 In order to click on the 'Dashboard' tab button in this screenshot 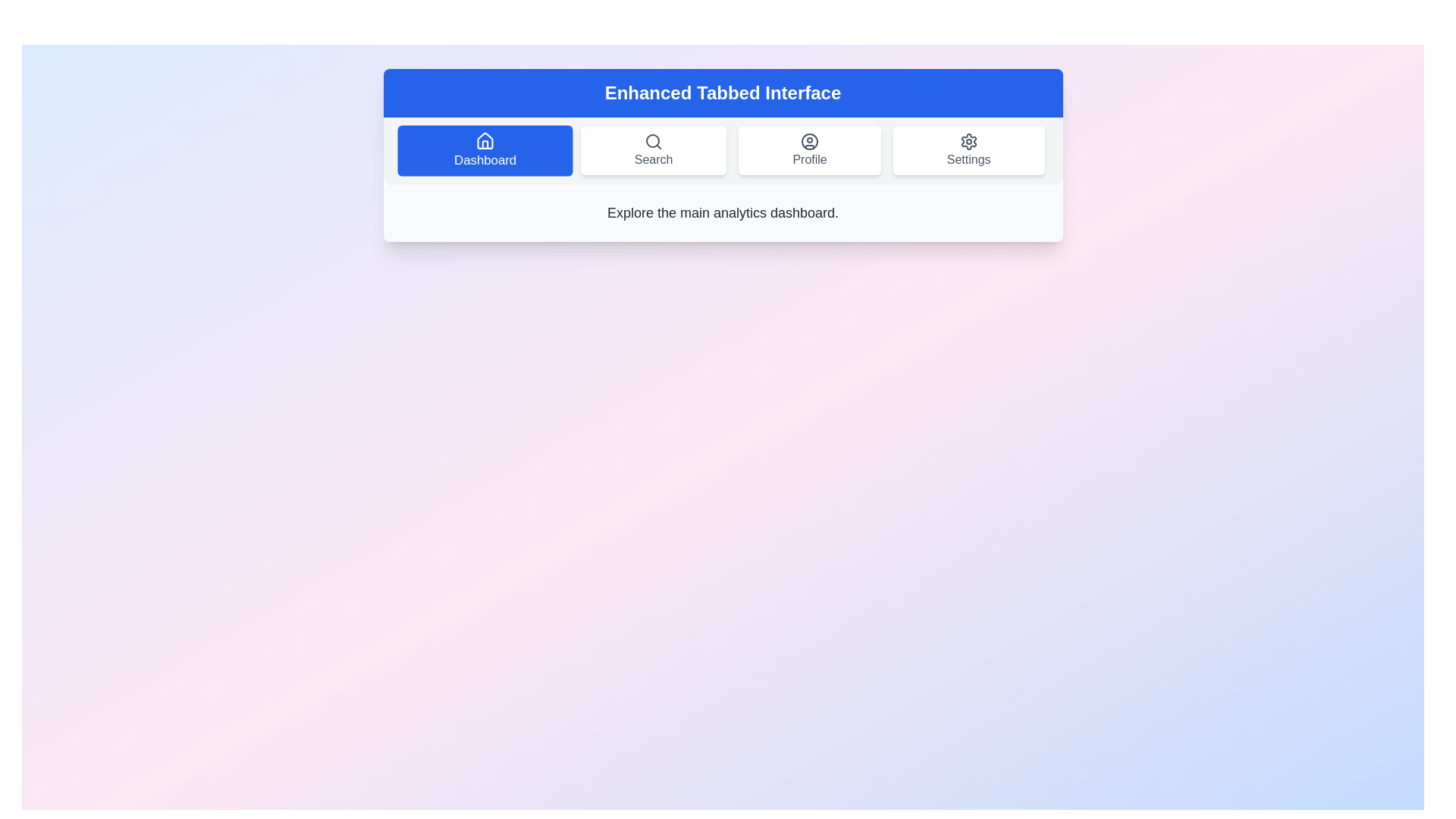, I will do `click(484, 151)`.